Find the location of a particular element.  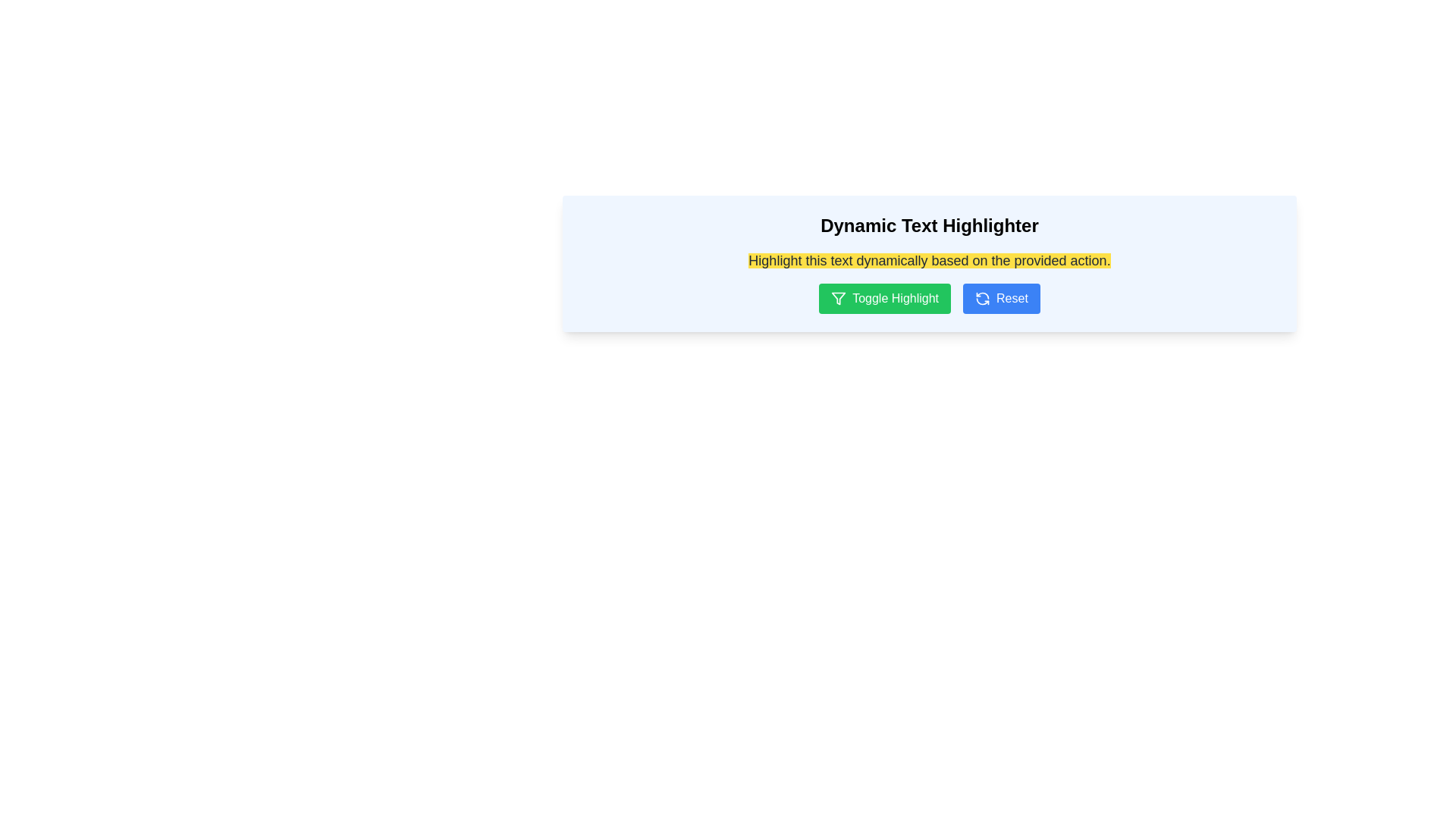

the reset button located to the right of the green 'Toggle Highlight' button, which is part of the dynamic text highlighting feature is located at coordinates (1001, 298).